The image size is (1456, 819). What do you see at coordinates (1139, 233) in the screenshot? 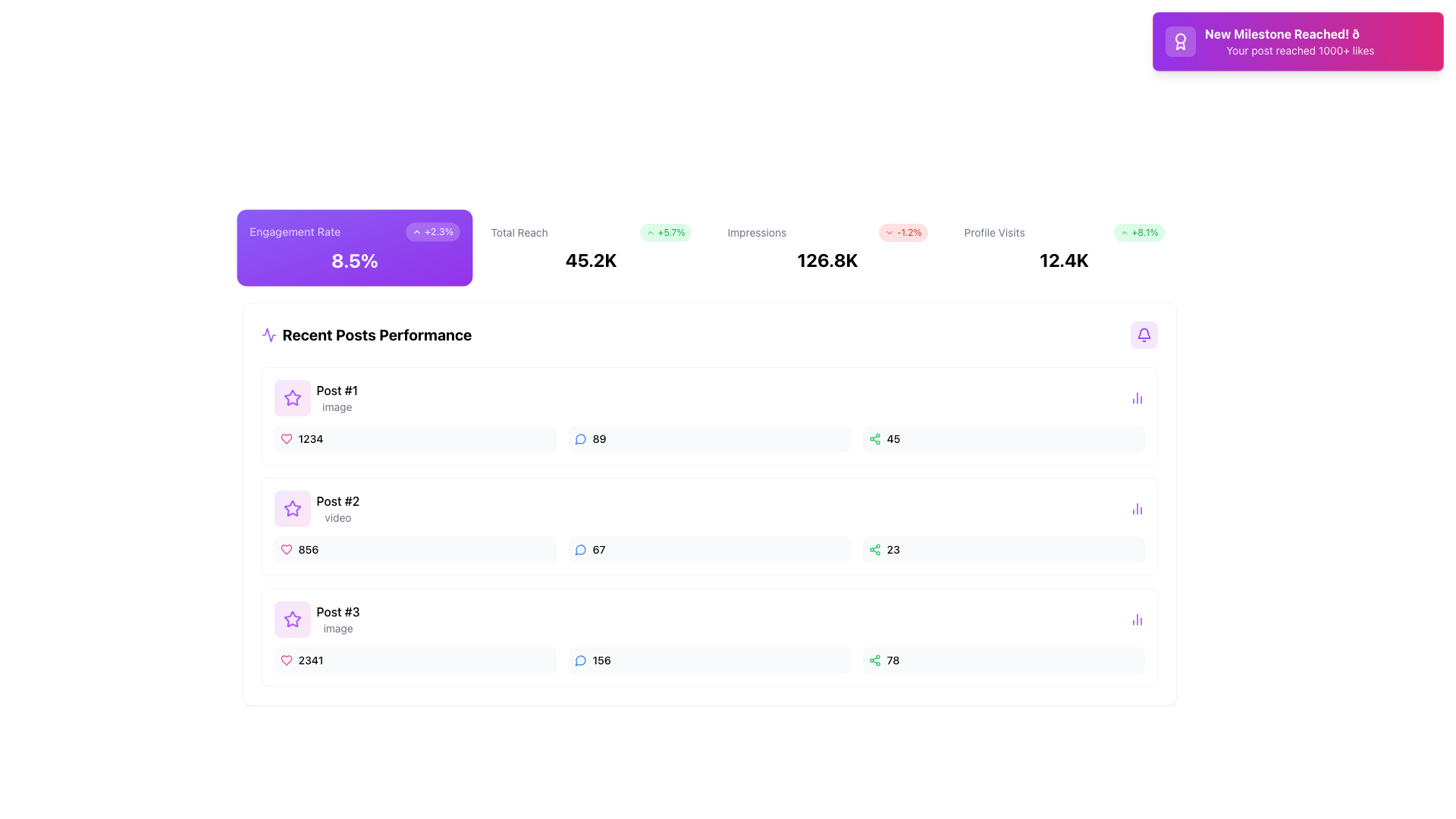
I see `the Status indicator with a green upward arrow and '+8.1%' text, located in the 'Profile Visits' section above '12.4K'` at bounding box center [1139, 233].